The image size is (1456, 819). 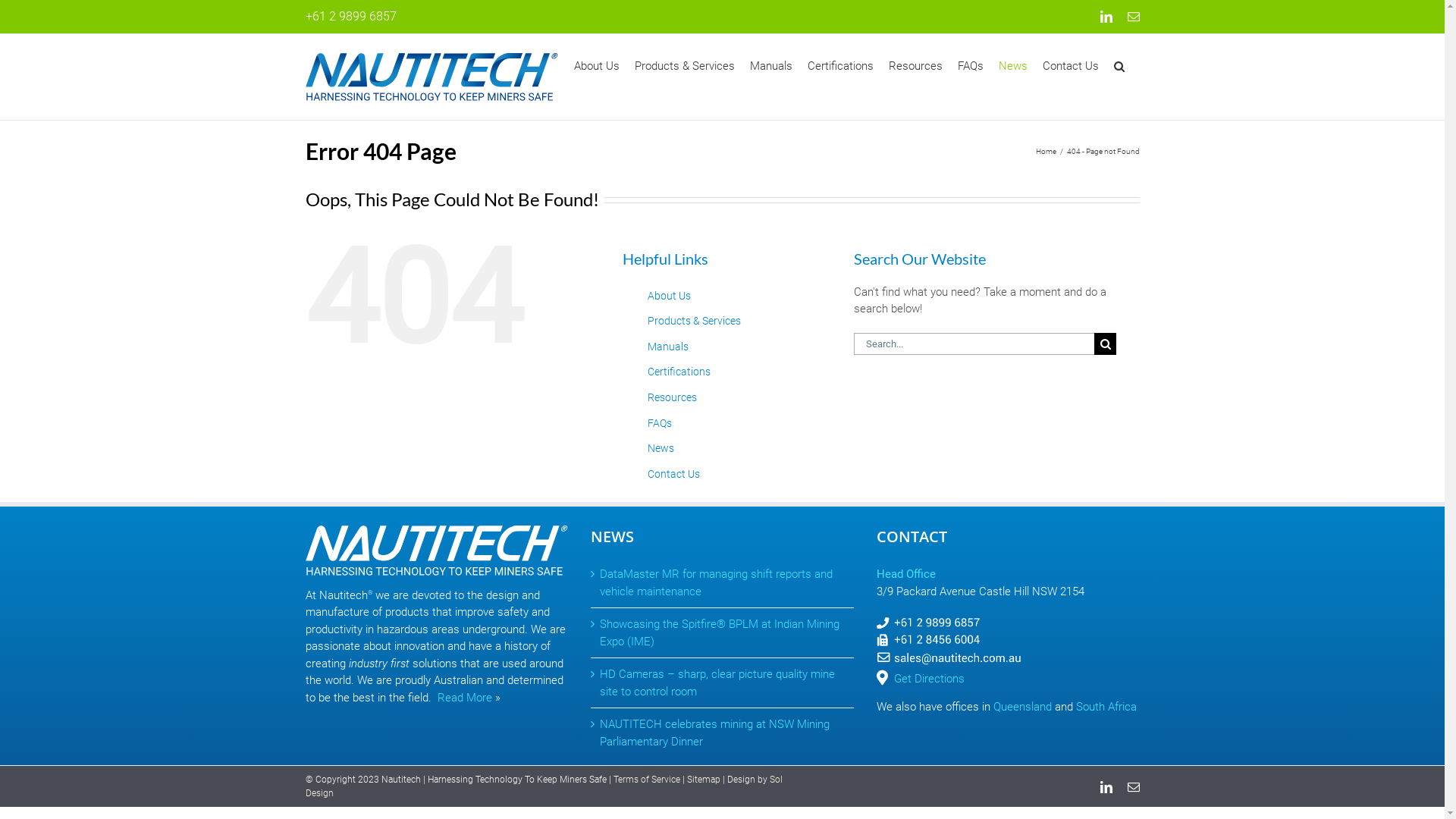 What do you see at coordinates (633, 65) in the screenshot?
I see `'Products & Services'` at bounding box center [633, 65].